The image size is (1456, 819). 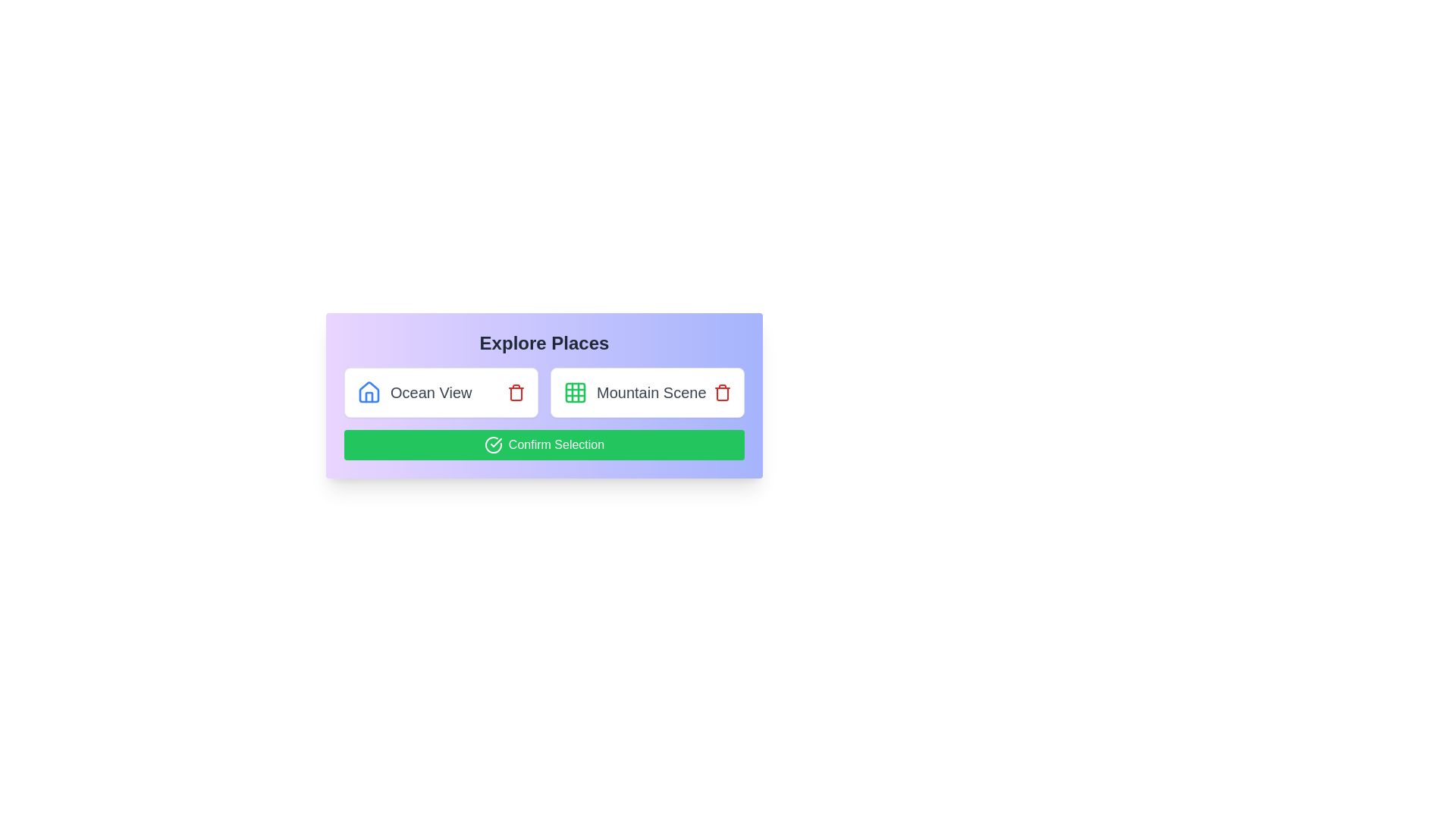 I want to click on the decorative confirmation icon located inside the confirm button, which is positioned slightly to the right of the button's center below the list of selectable items, so click(x=496, y=442).